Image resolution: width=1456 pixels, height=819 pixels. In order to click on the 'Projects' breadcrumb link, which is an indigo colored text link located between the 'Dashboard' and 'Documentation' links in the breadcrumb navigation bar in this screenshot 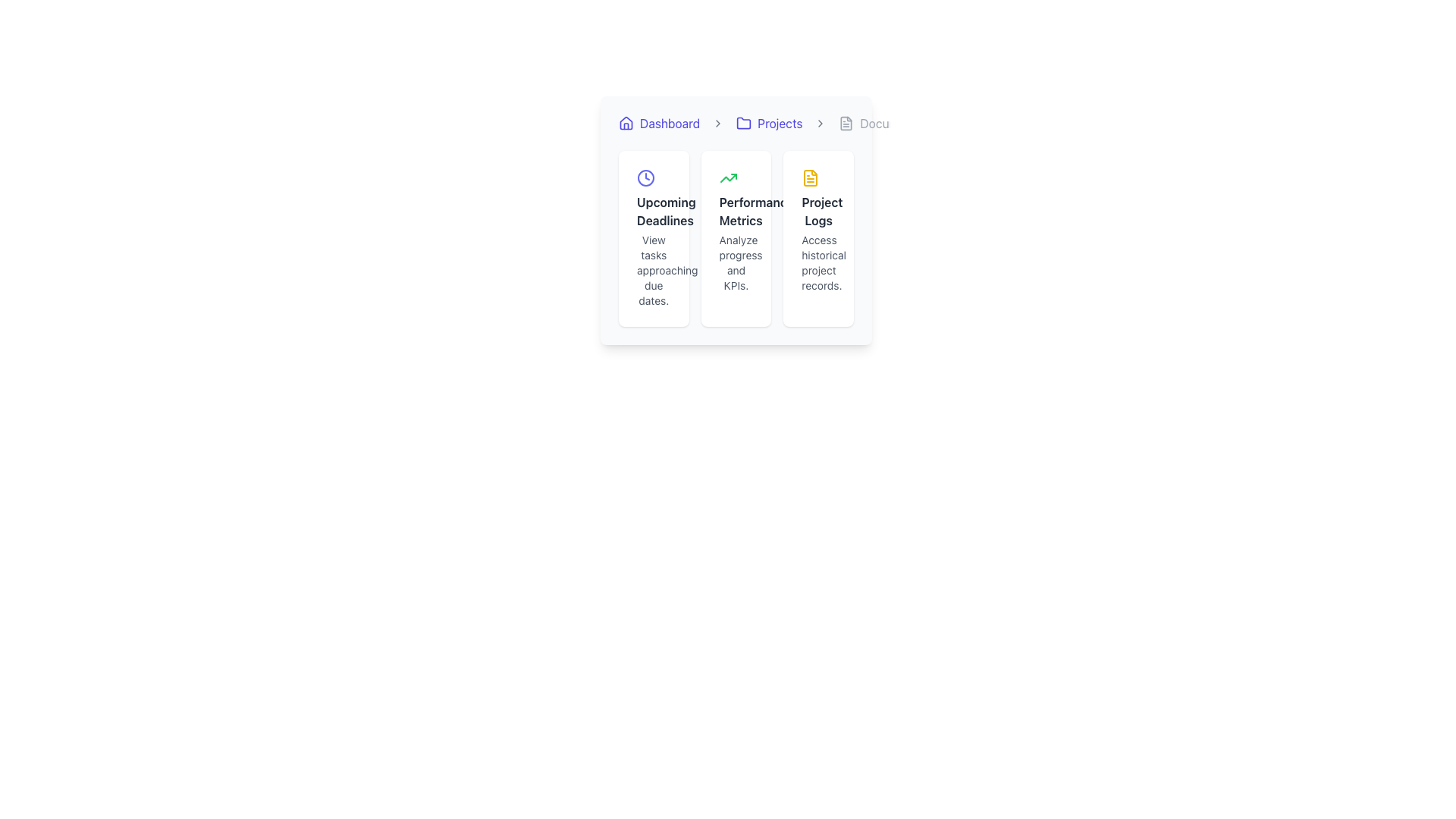, I will do `click(769, 122)`.